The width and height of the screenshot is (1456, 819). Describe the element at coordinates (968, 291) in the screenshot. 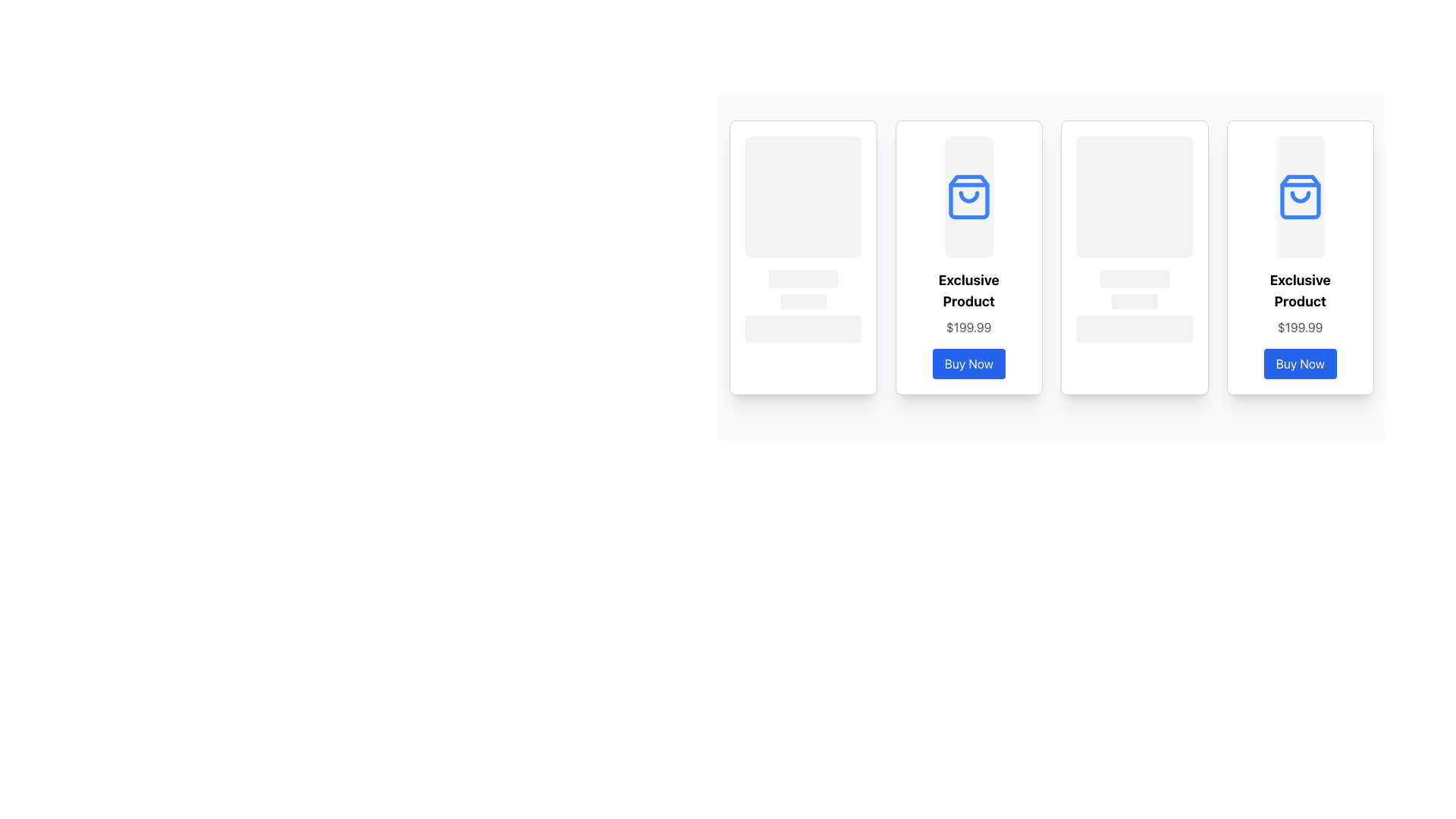

I see `text label that displays 'Exclusive' and 'Product' in bold font, which is centered within its bounding space` at that location.